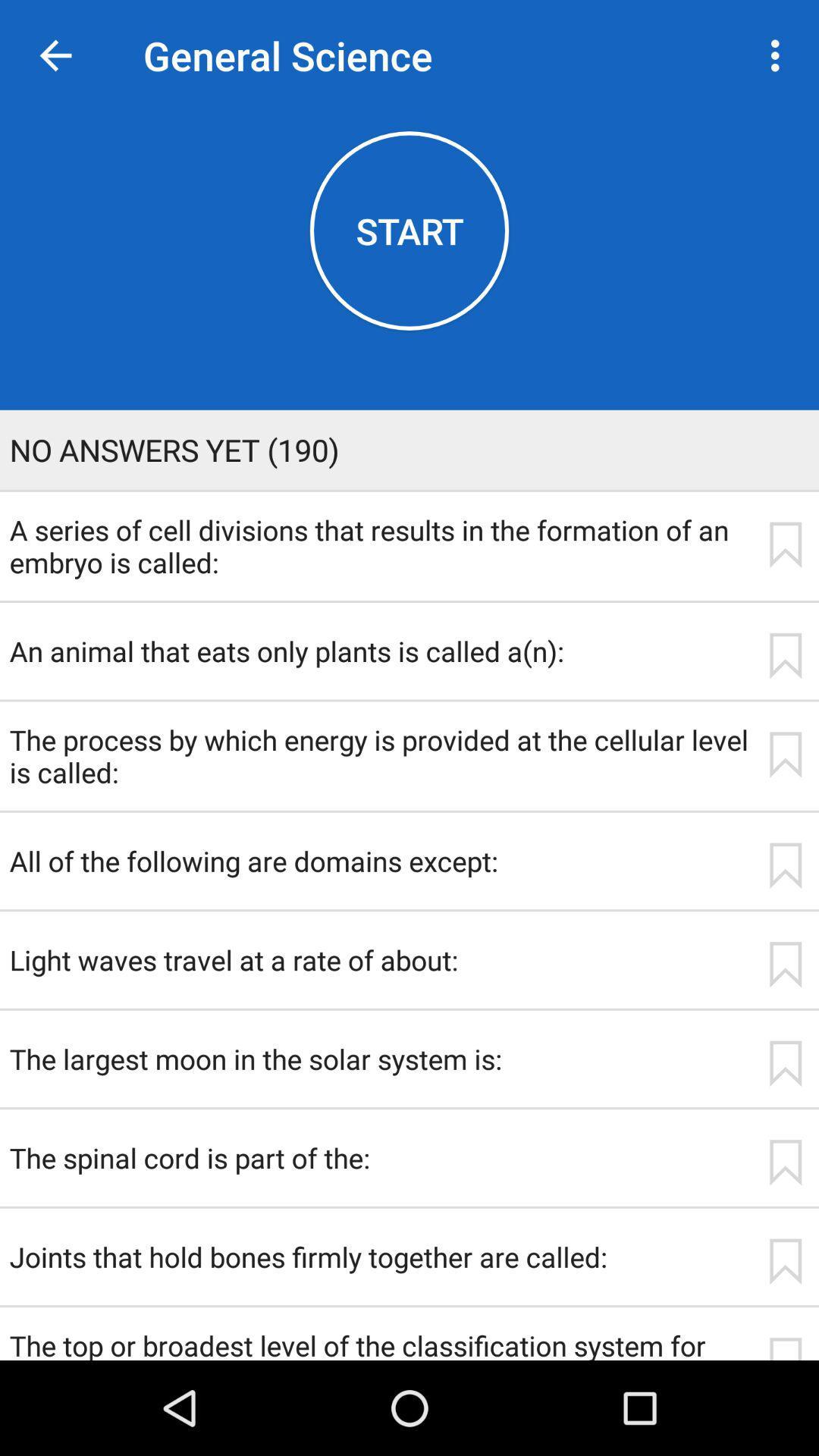 Image resolution: width=819 pixels, height=1456 pixels. I want to click on icon to the right of the the largest moon icon, so click(785, 1062).